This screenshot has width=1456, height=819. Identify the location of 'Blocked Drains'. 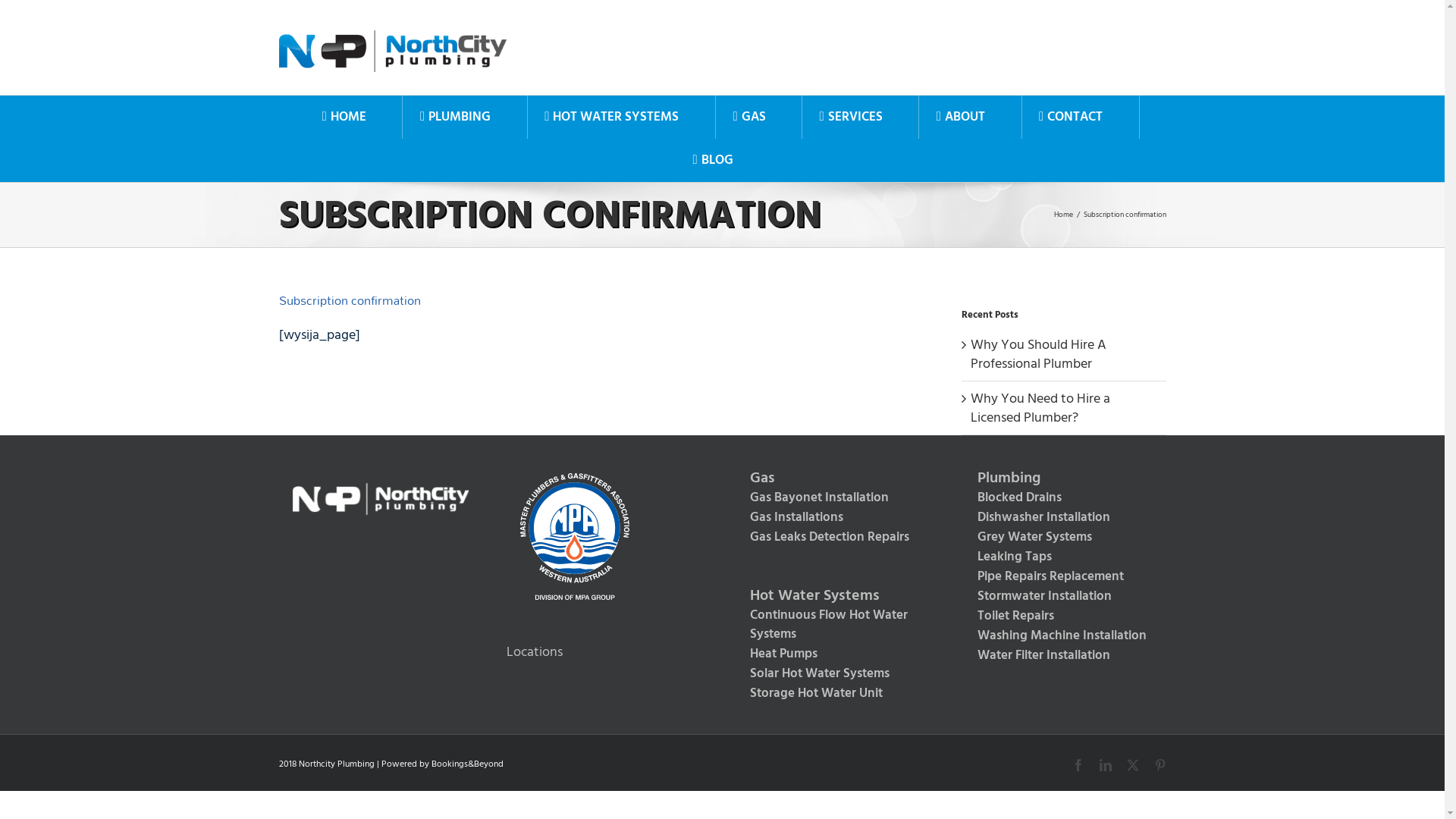
(1062, 497).